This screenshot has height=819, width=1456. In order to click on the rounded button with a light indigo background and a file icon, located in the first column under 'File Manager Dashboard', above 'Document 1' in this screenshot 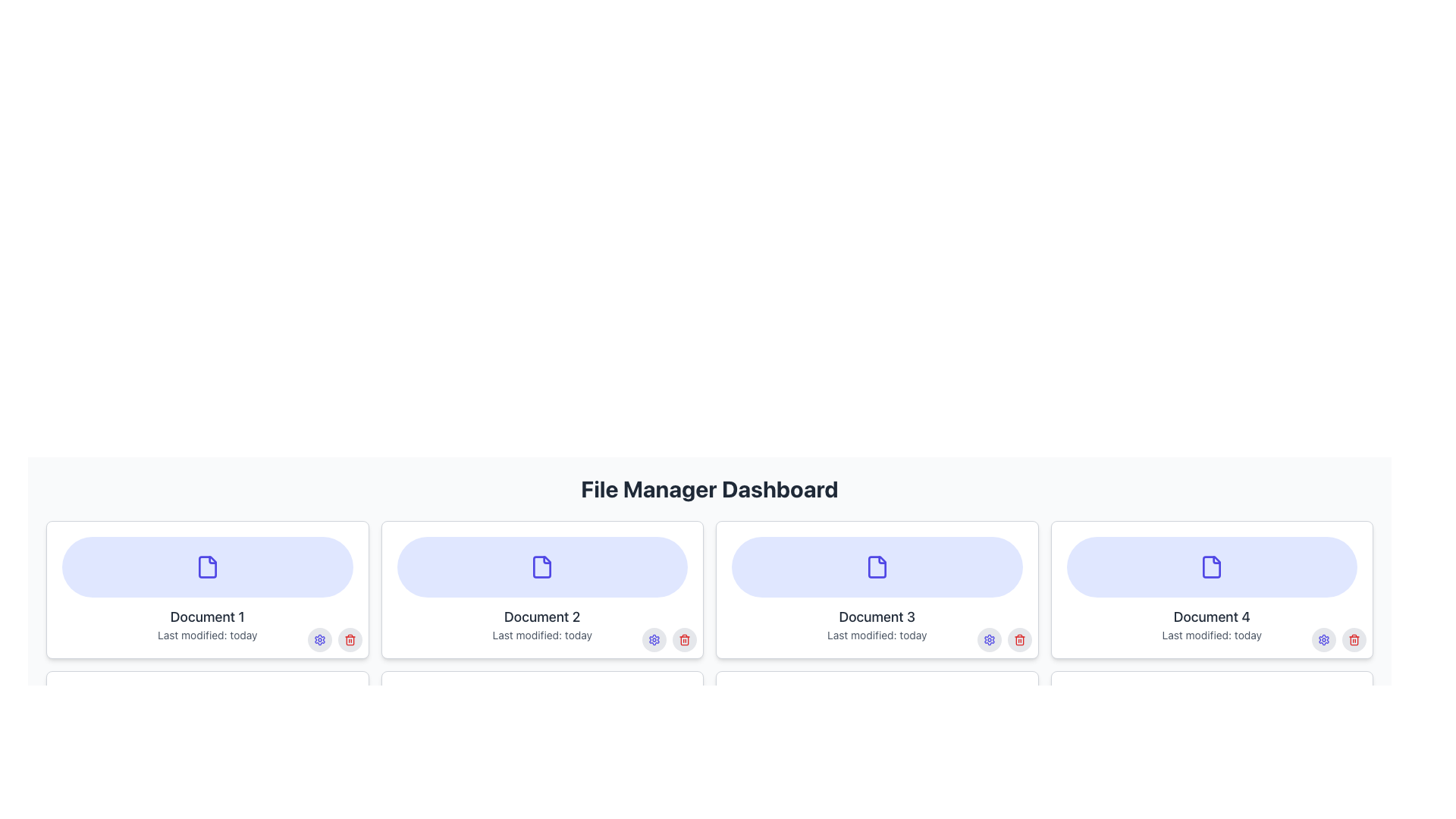, I will do `click(206, 567)`.